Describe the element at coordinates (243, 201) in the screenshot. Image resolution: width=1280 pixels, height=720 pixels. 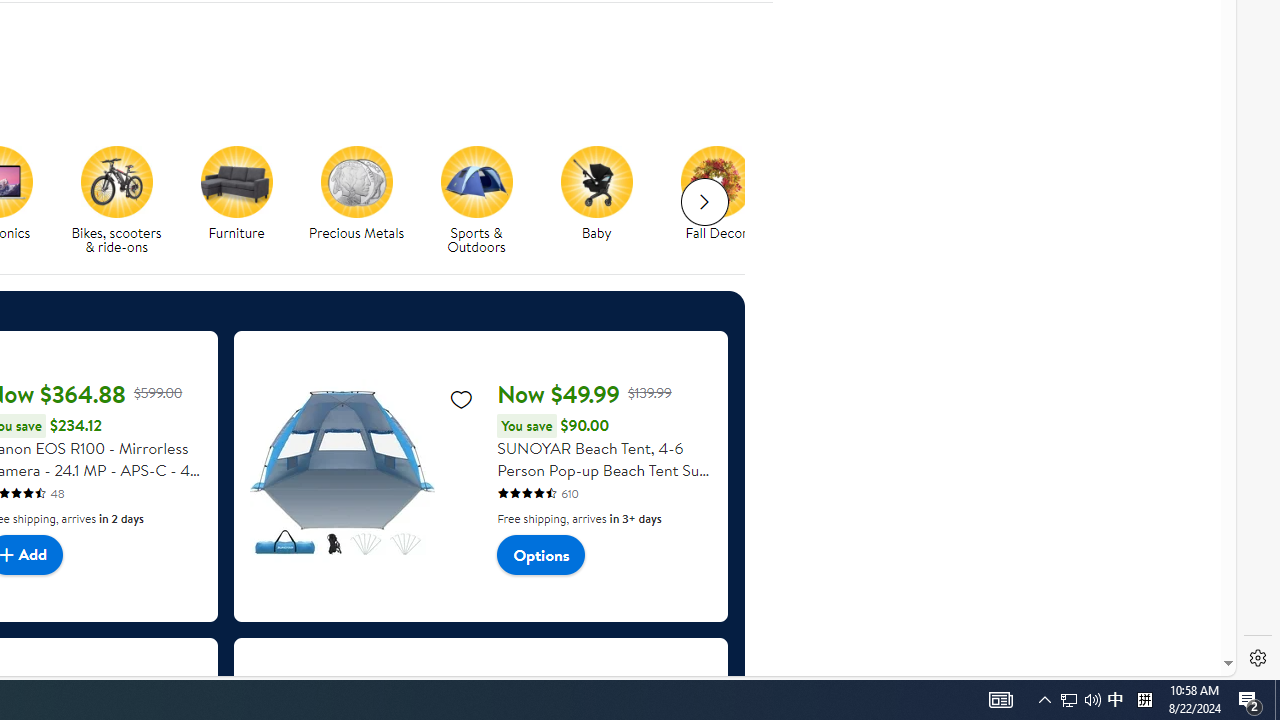
I see `'Furniture'` at that location.